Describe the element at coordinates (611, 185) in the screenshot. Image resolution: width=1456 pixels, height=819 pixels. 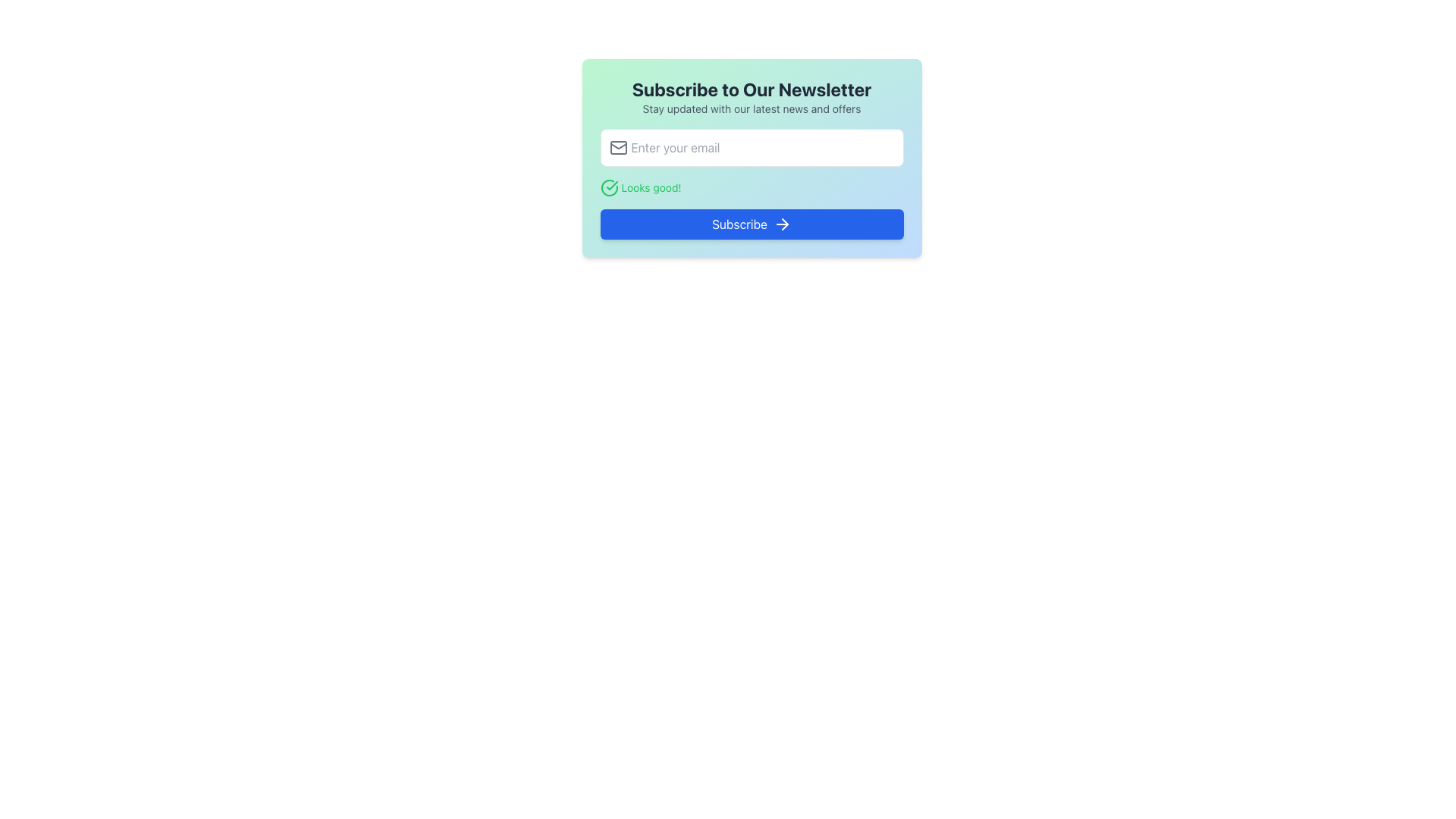
I see `the checkmark icon within the SVG group that indicates success for the email input validation, positioned left of the 'Looks good!' text` at that location.